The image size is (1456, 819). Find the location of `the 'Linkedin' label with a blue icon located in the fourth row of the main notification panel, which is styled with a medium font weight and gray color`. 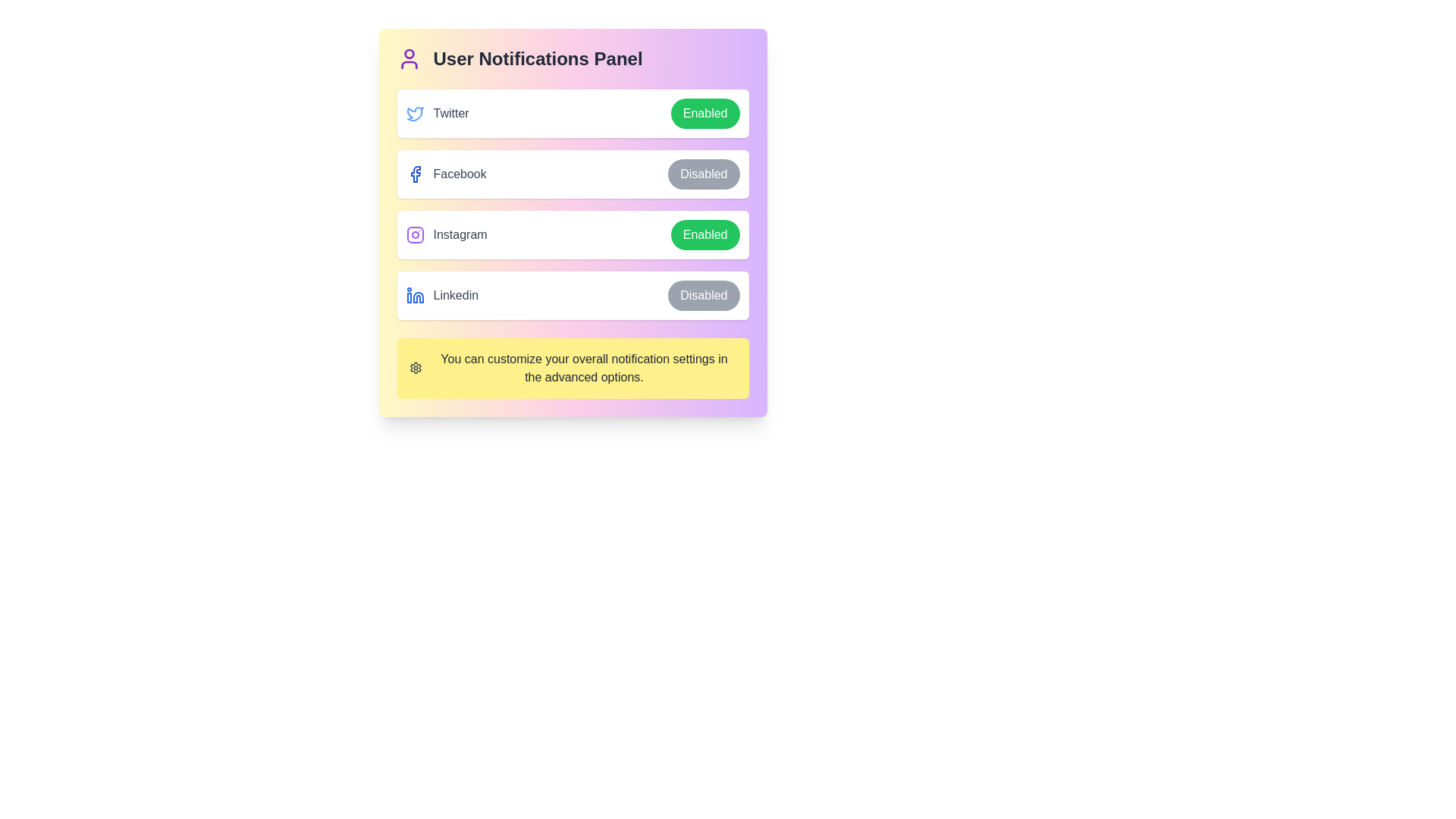

the 'Linkedin' label with a blue icon located in the fourth row of the main notification panel, which is styled with a medium font weight and gray color is located at coordinates (441, 295).